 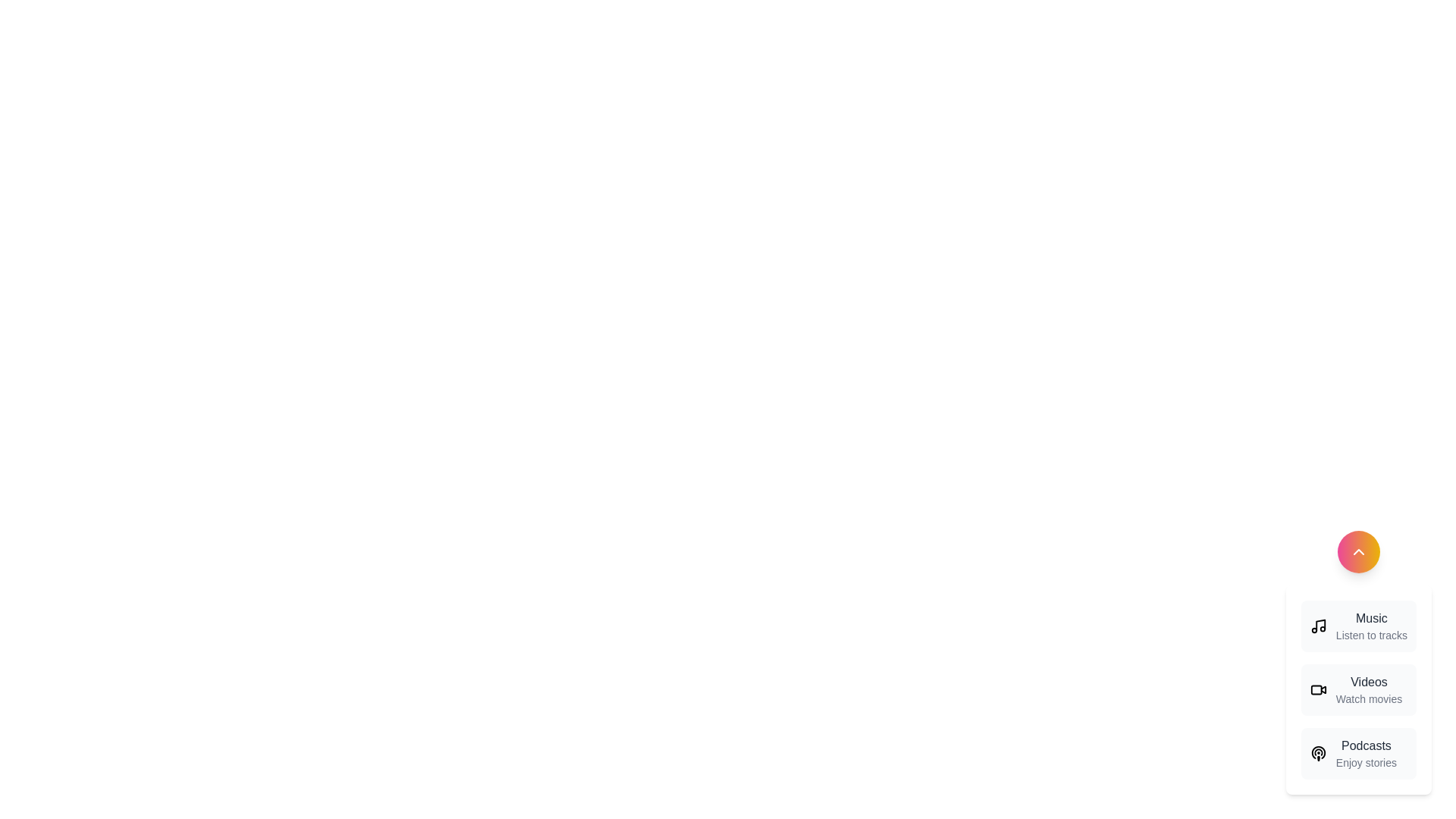 What do you see at coordinates (1358, 690) in the screenshot?
I see `the 'Videos' option in the MediaSpeedDial component` at bounding box center [1358, 690].